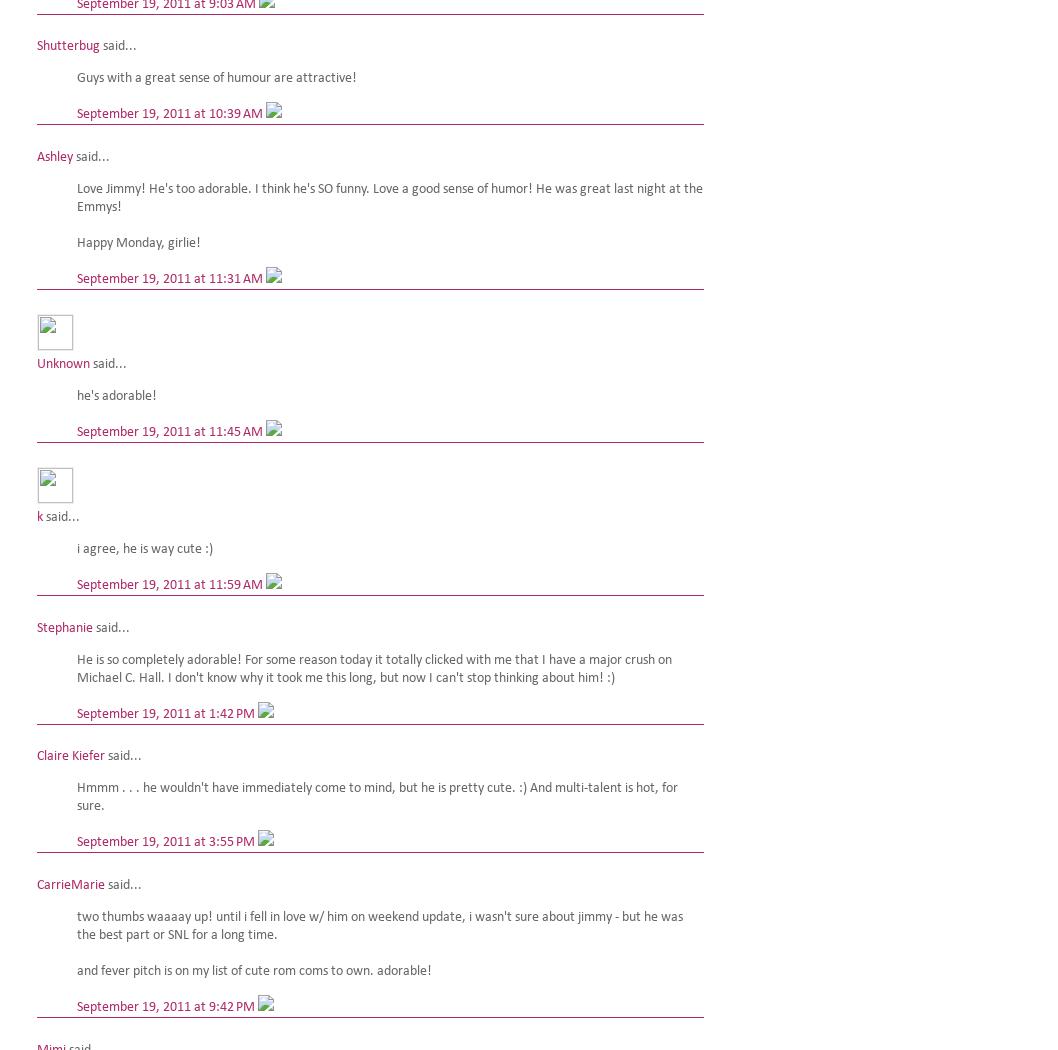  Describe the element at coordinates (39, 515) in the screenshot. I see `'k'` at that location.